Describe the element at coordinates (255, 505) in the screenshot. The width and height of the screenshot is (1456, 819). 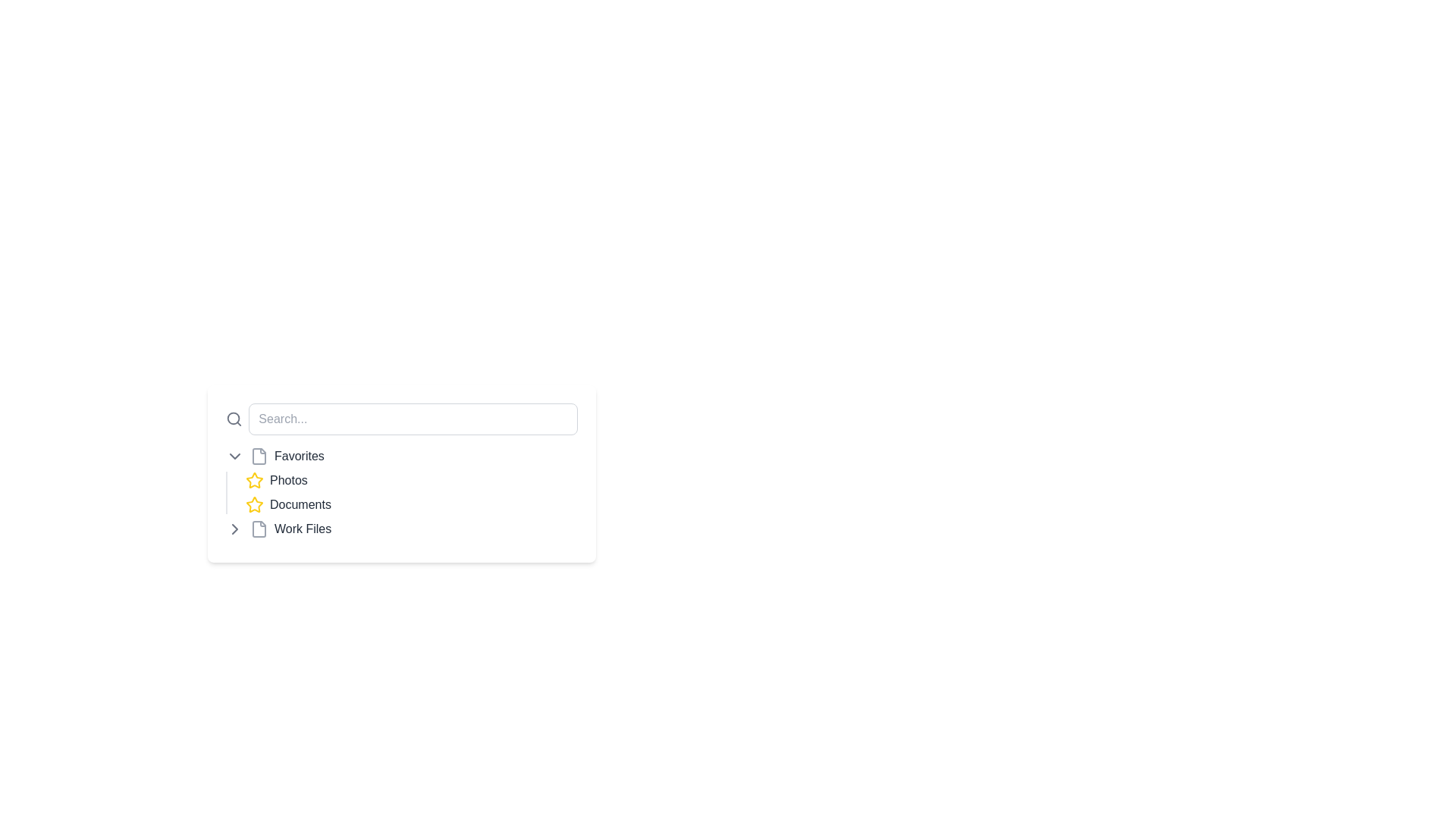
I see `the star icon in the 'Documents' section for keyboard interaction` at that location.